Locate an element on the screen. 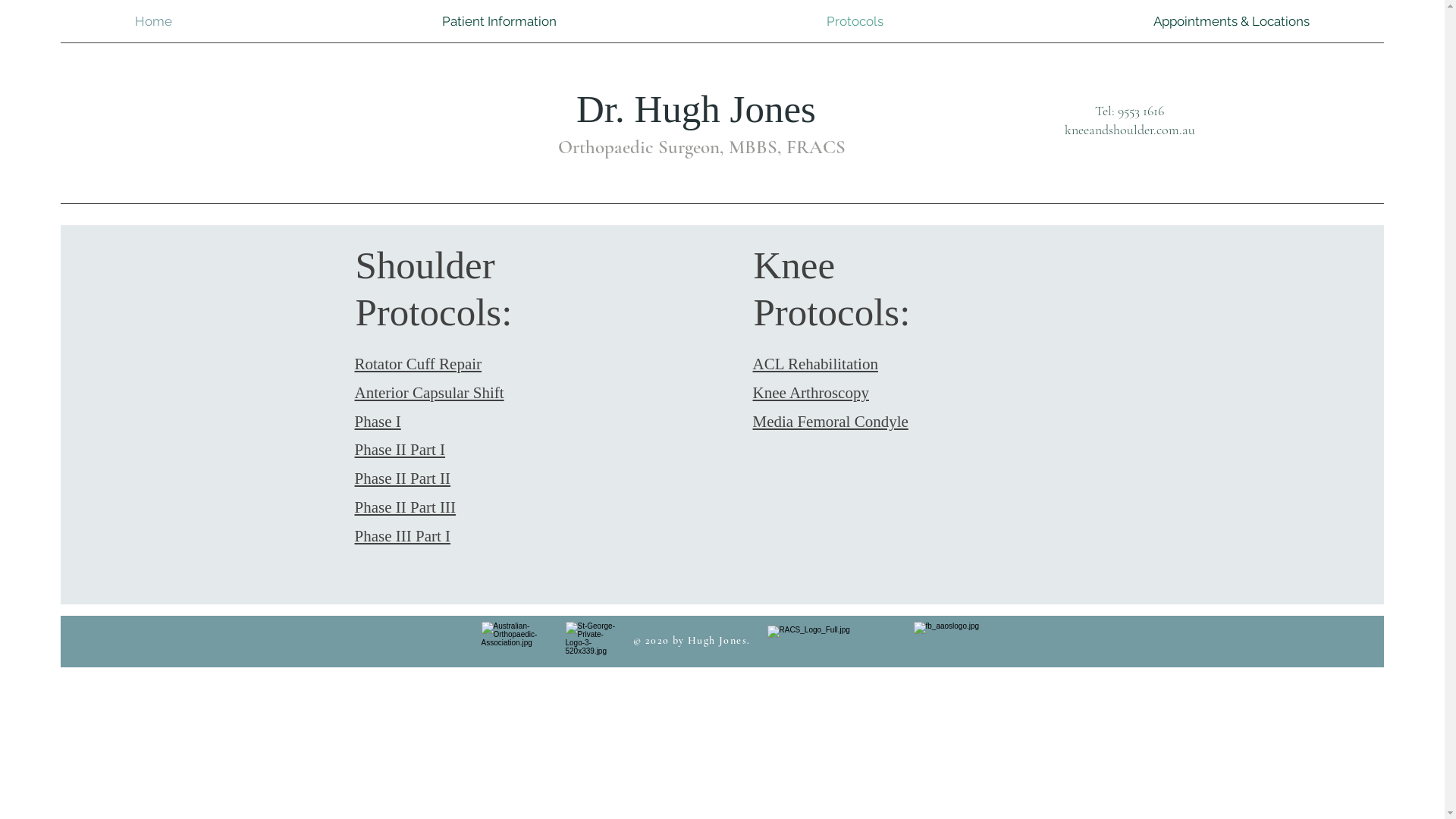  'Phase II Part II' is located at coordinates (403, 479).